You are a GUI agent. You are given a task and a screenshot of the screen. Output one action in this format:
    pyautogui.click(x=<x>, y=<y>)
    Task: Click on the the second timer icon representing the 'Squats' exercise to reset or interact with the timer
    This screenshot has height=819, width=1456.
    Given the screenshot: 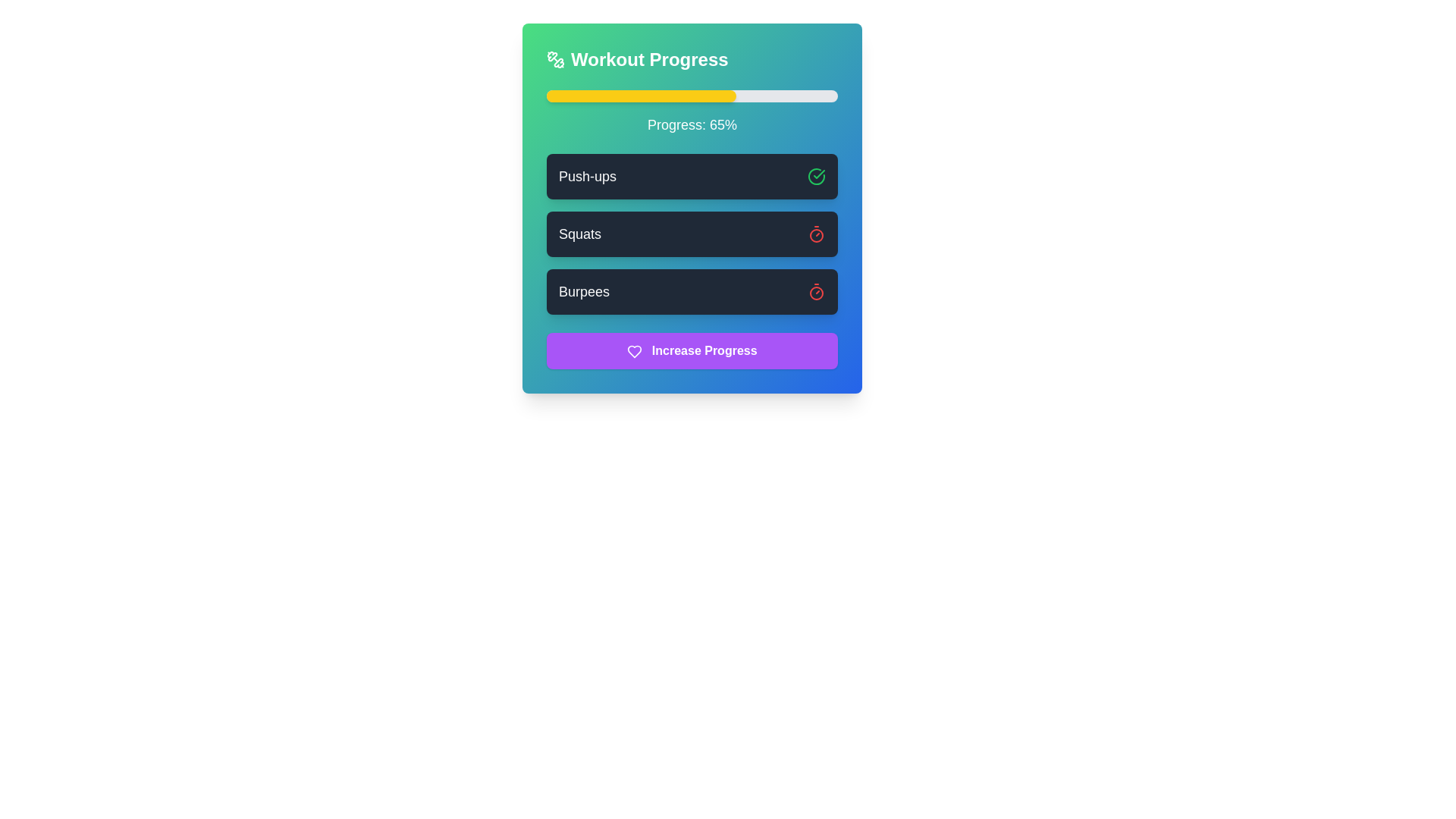 What is the action you would take?
    pyautogui.click(x=815, y=234)
    